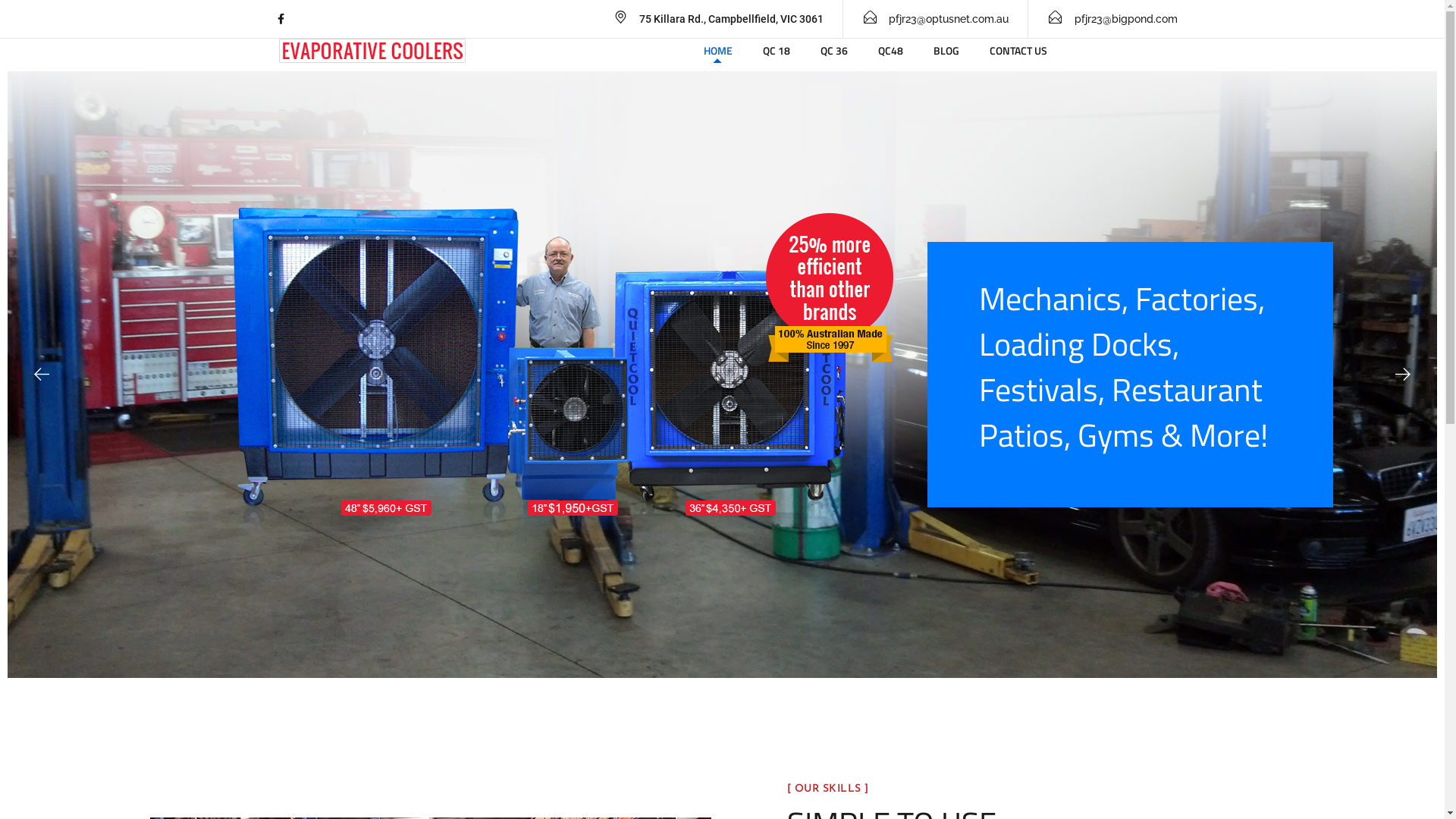 This screenshot has height=819, width=1456. Describe the element at coordinates (717, 49) in the screenshot. I see `'HOME'` at that location.